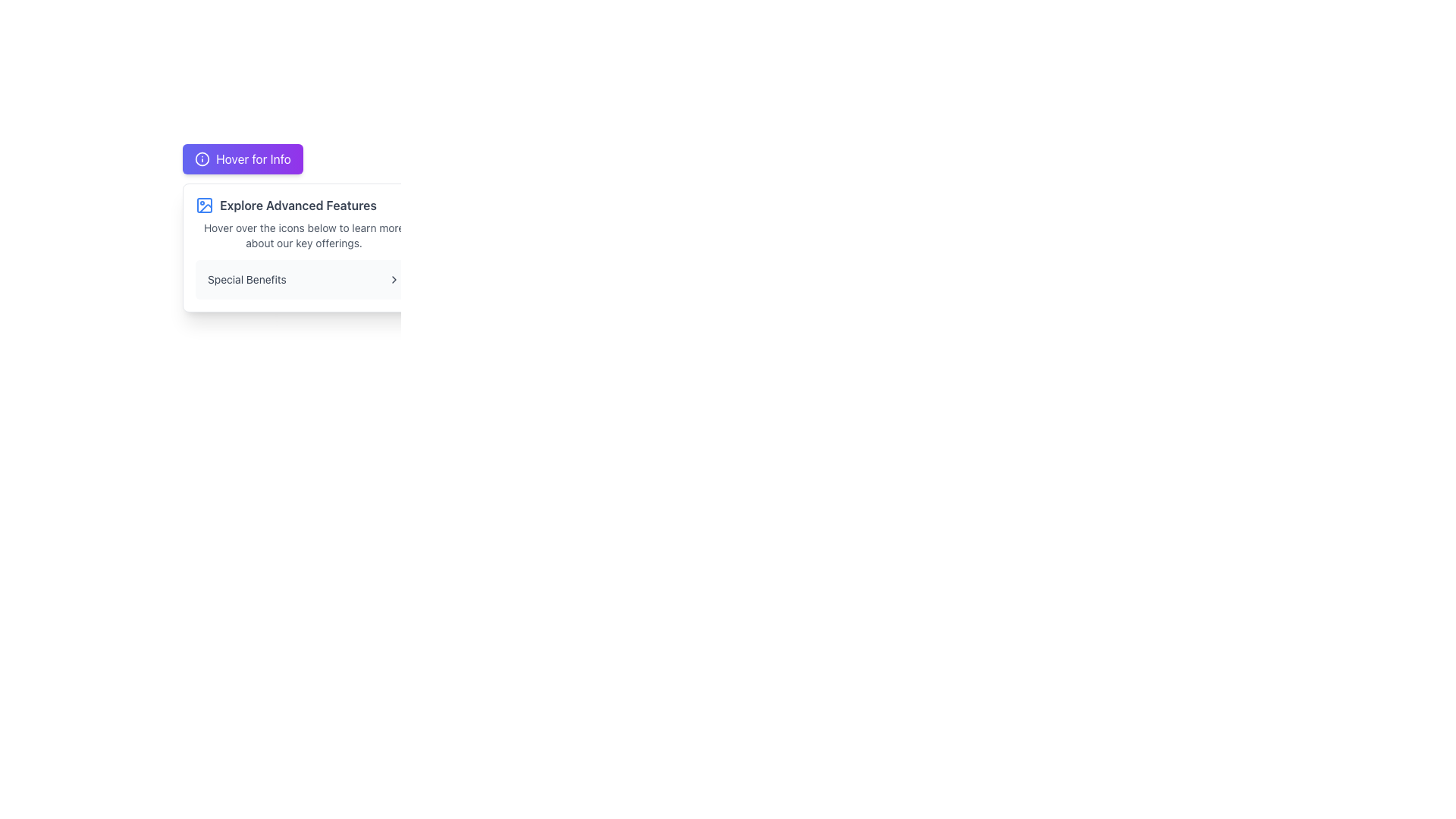  I want to click on the SVG Circle element that serves as part of an info icon, centered at the coordinates 267.125, 210, so click(202, 158).